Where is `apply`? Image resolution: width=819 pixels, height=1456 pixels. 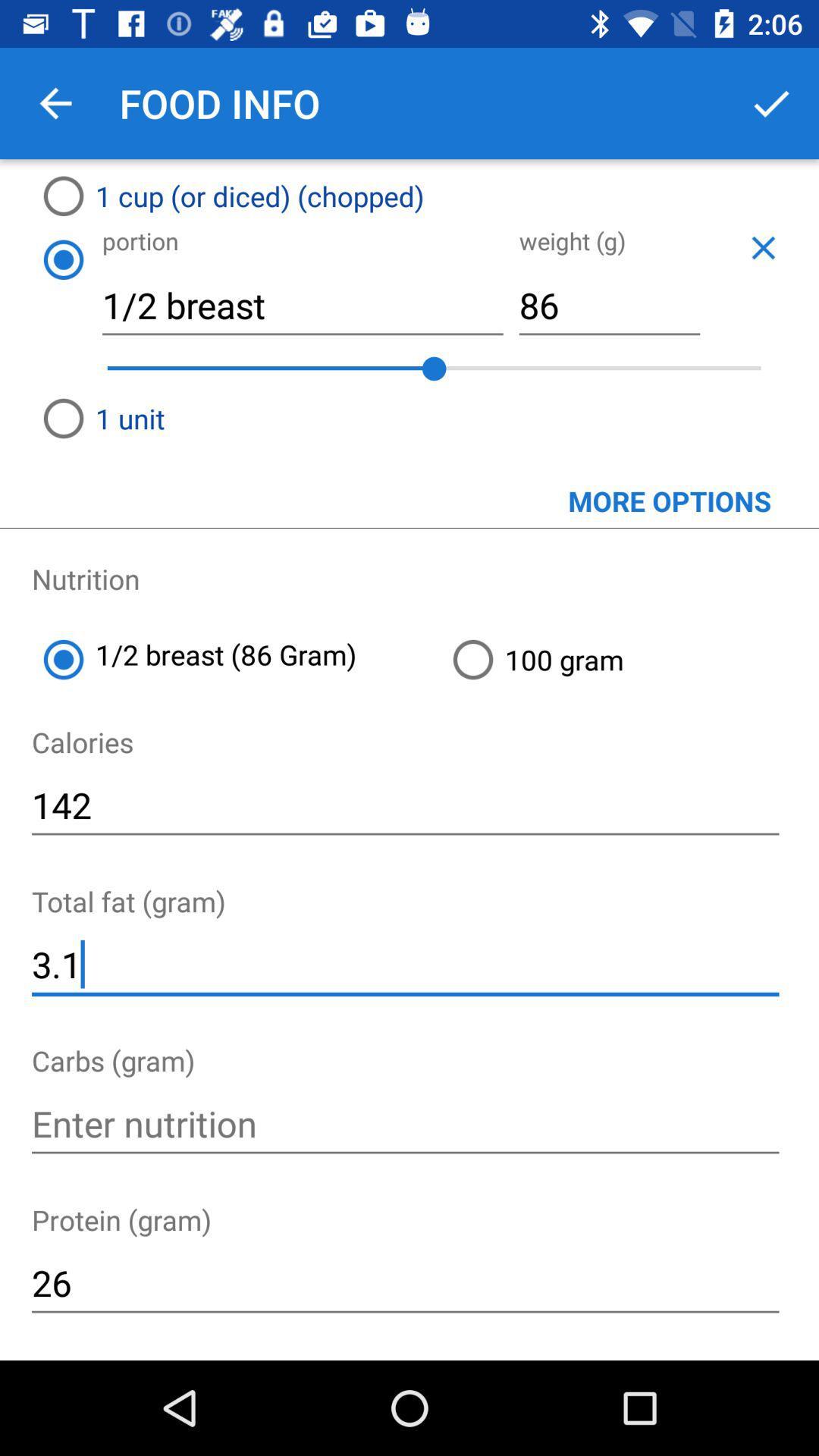
apply is located at coordinates (771, 102).